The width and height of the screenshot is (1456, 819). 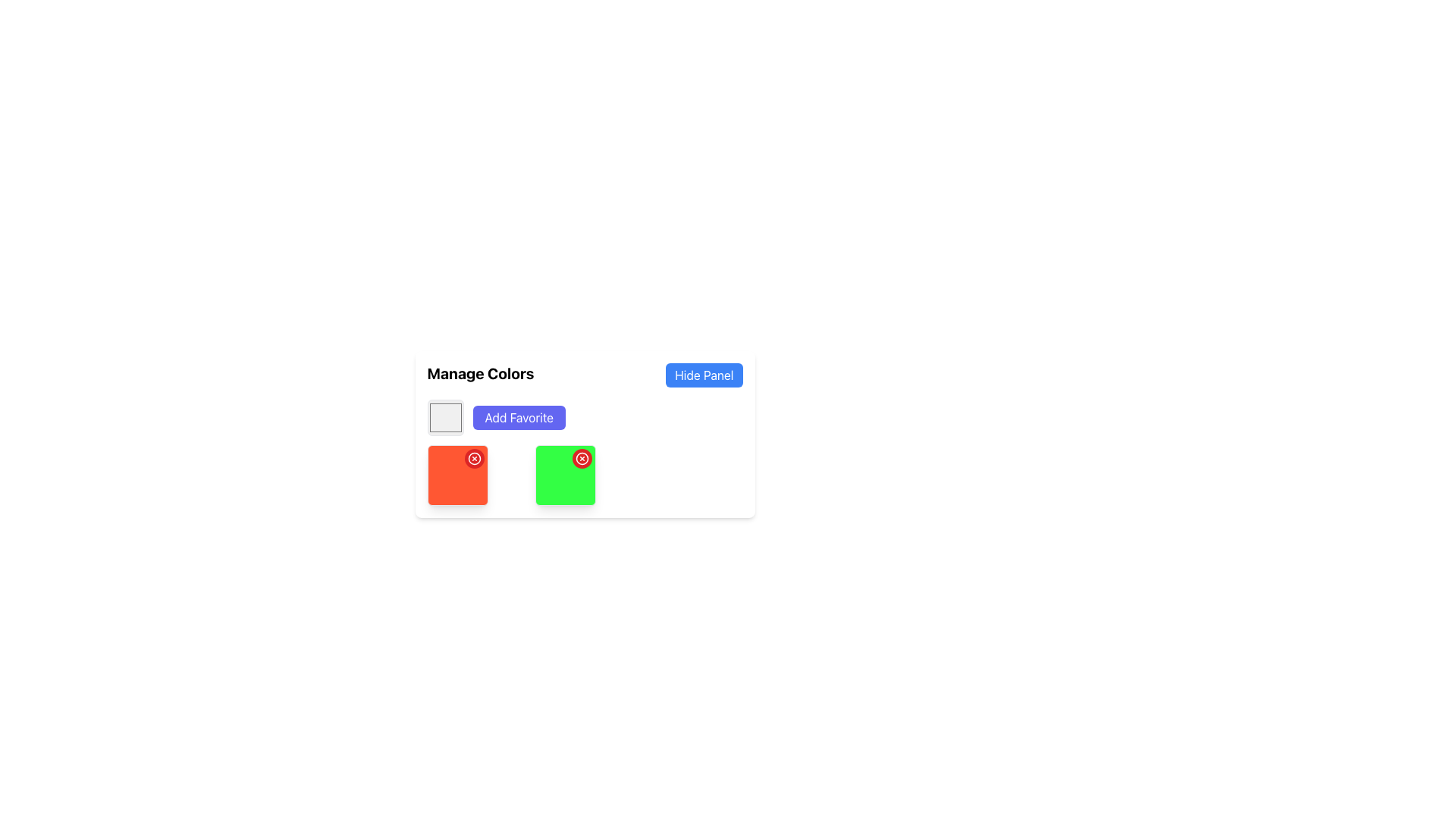 I want to click on the 'Add Favorite' button, which is a rectangular button with rounded corners and a solid purple background, so click(x=519, y=418).